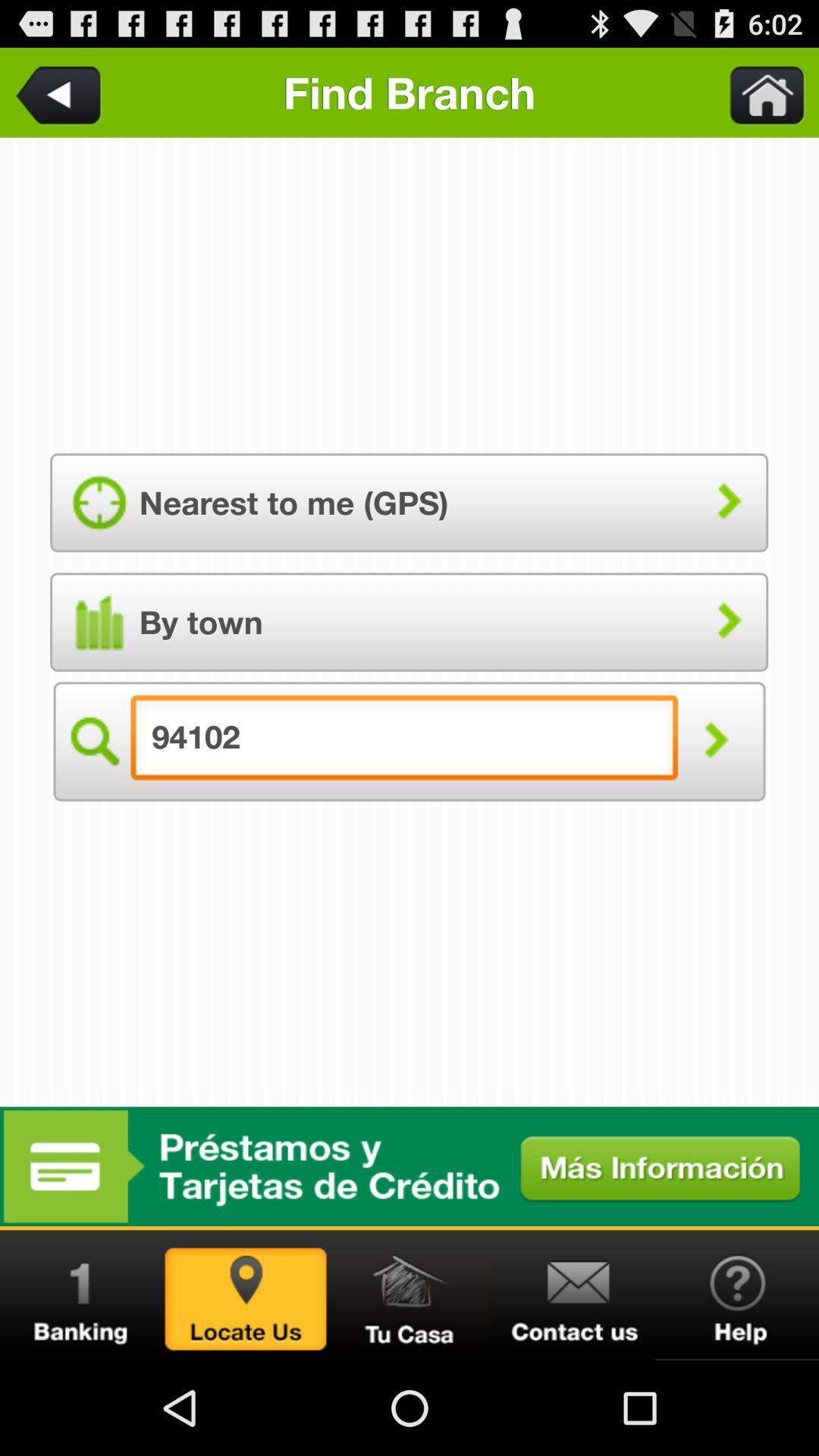 The width and height of the screenshot is (819, 1456). I want to click on go back, so click(61, 92).